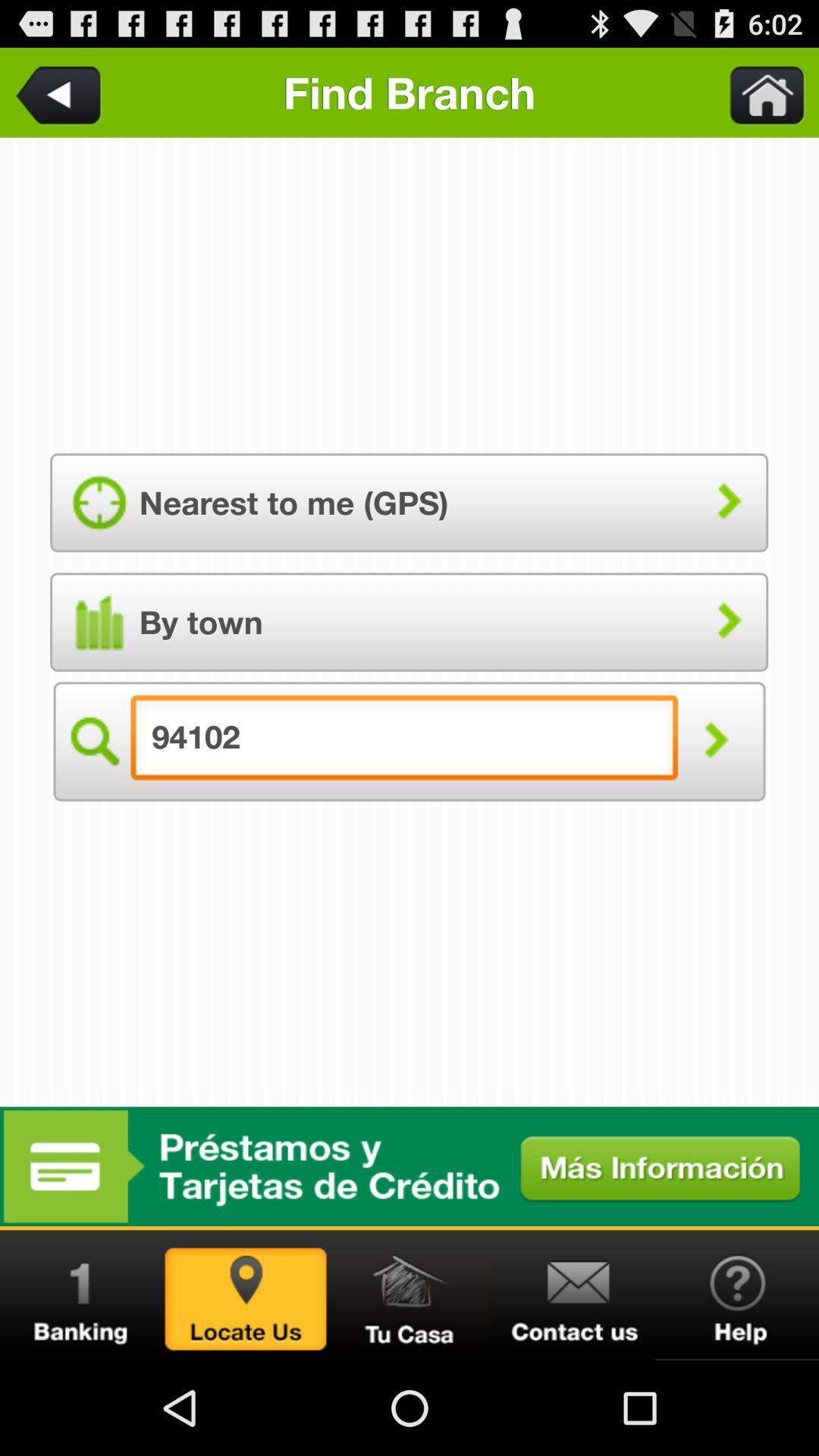 The width and height of the screenshot is (819, 1456). I want to click on go back, so click(61, 92).